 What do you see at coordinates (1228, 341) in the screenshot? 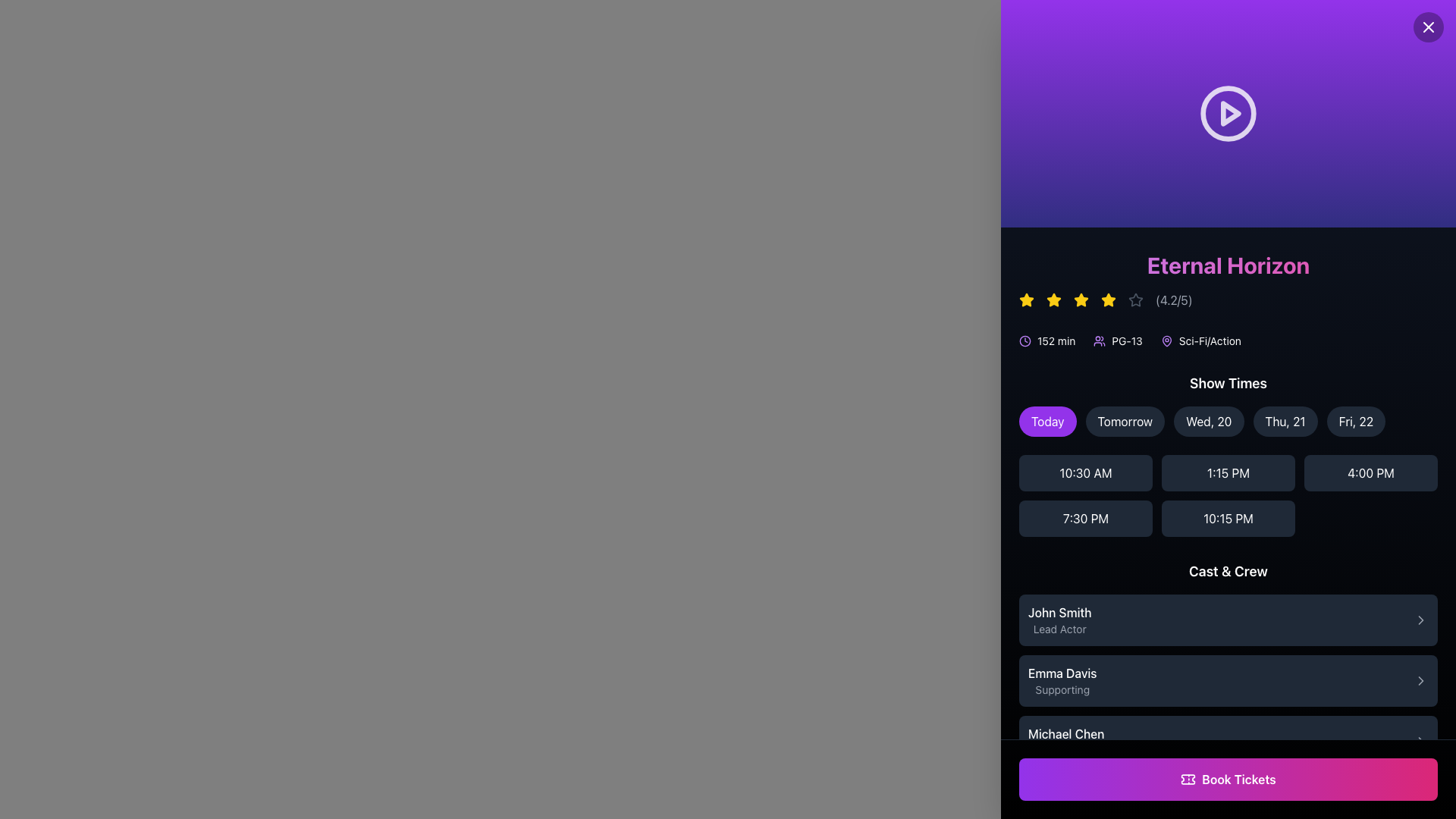
I see `textual information display that provides details about the movie 'Eternal Horizon', including its duration, rating, and genre, which is located below the title and rating information and above the 'Show Times' section` at bounding box center [1228, 341].